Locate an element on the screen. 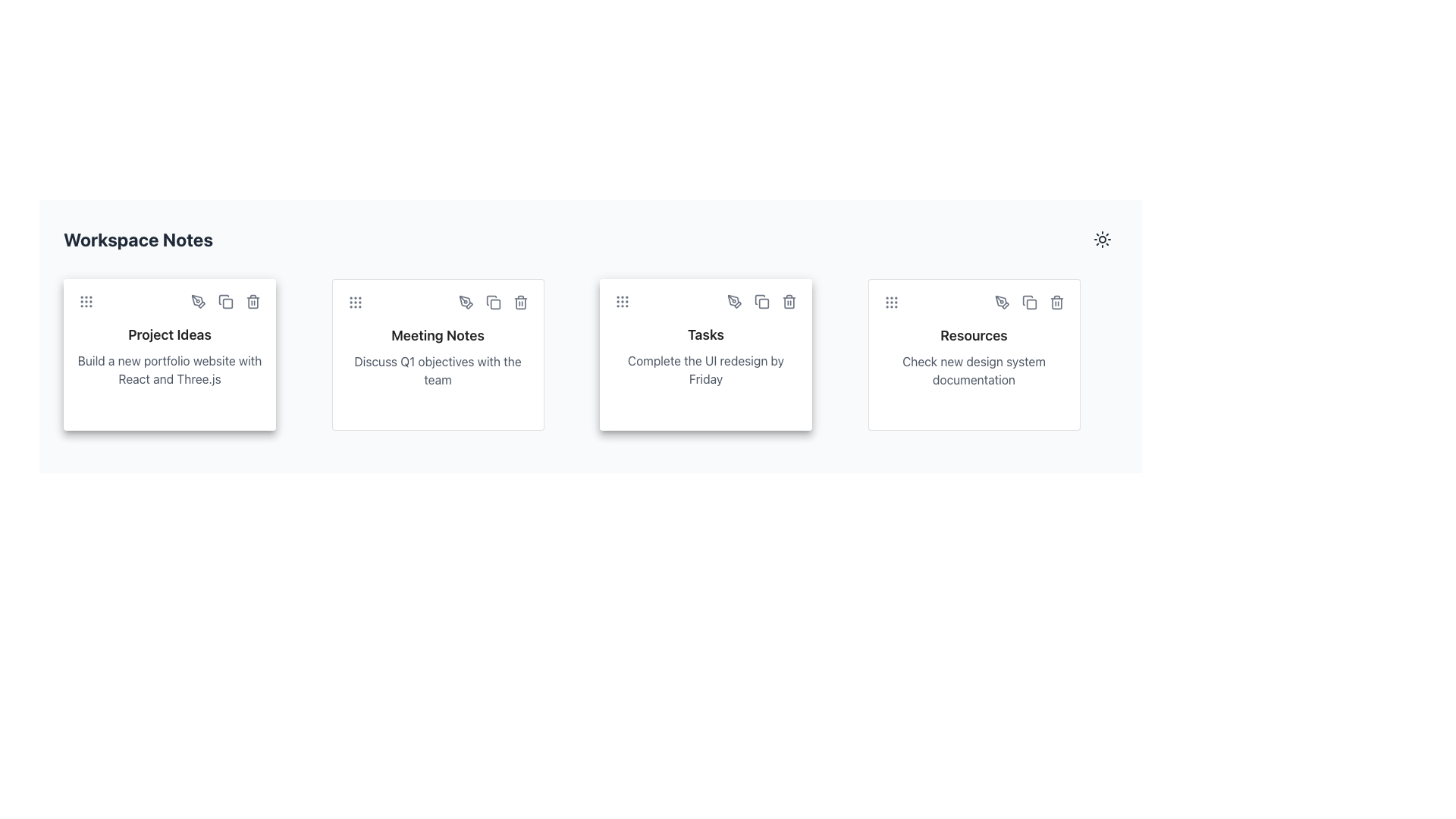  the delete icon button located at the top-right corner of the 'Resources' card is located at coordinates (1056, 302).